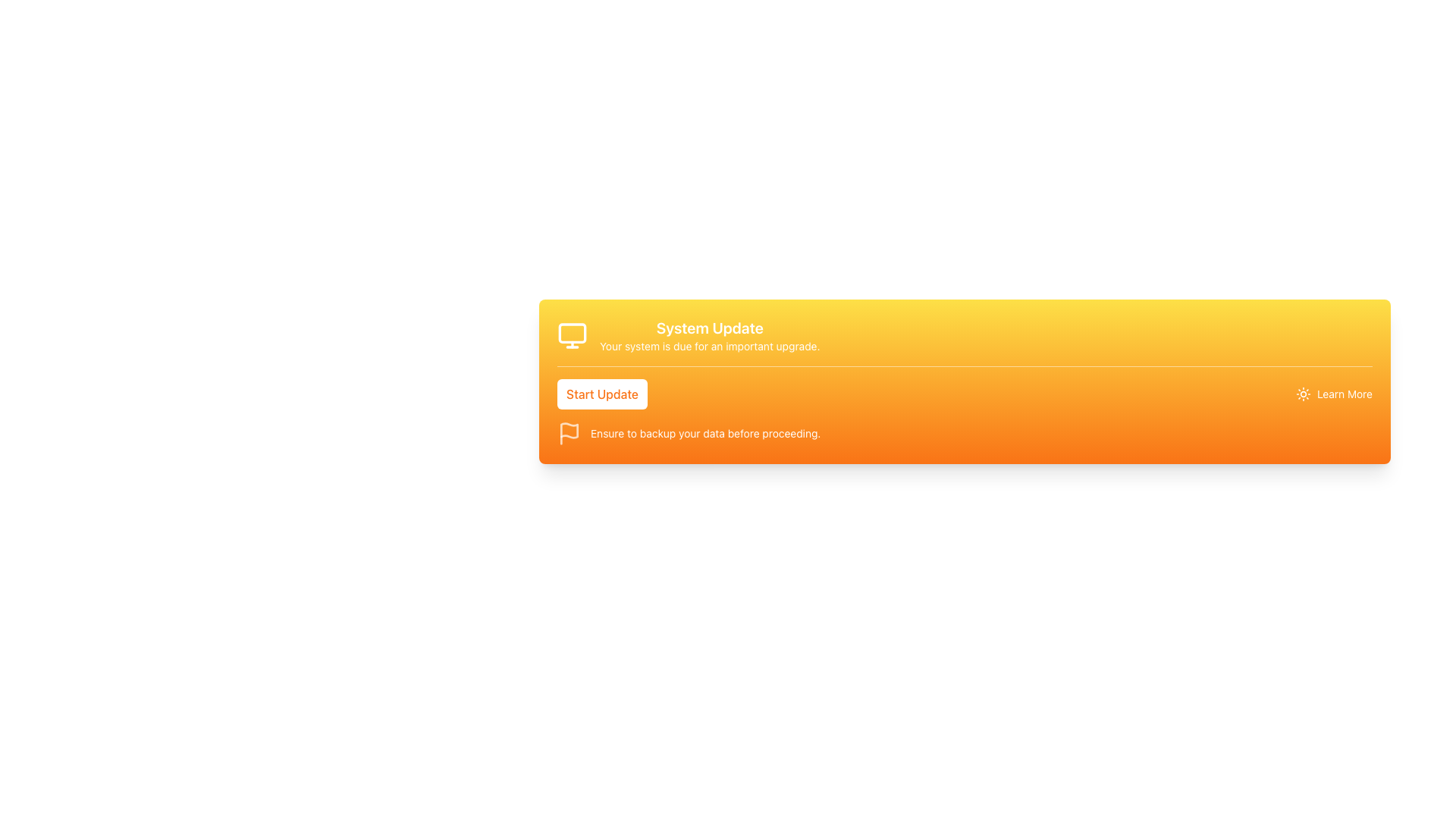 This screenshot has width=1456, height=819. What do you see at coordinates (568, 433) in the screenshot?
I see `the flag icon, which is styled with a white color on a semi-transparent background, located to the left of the text caption 'Ensure to backup your data before proceeding.'` at bounding box center [568, 433].